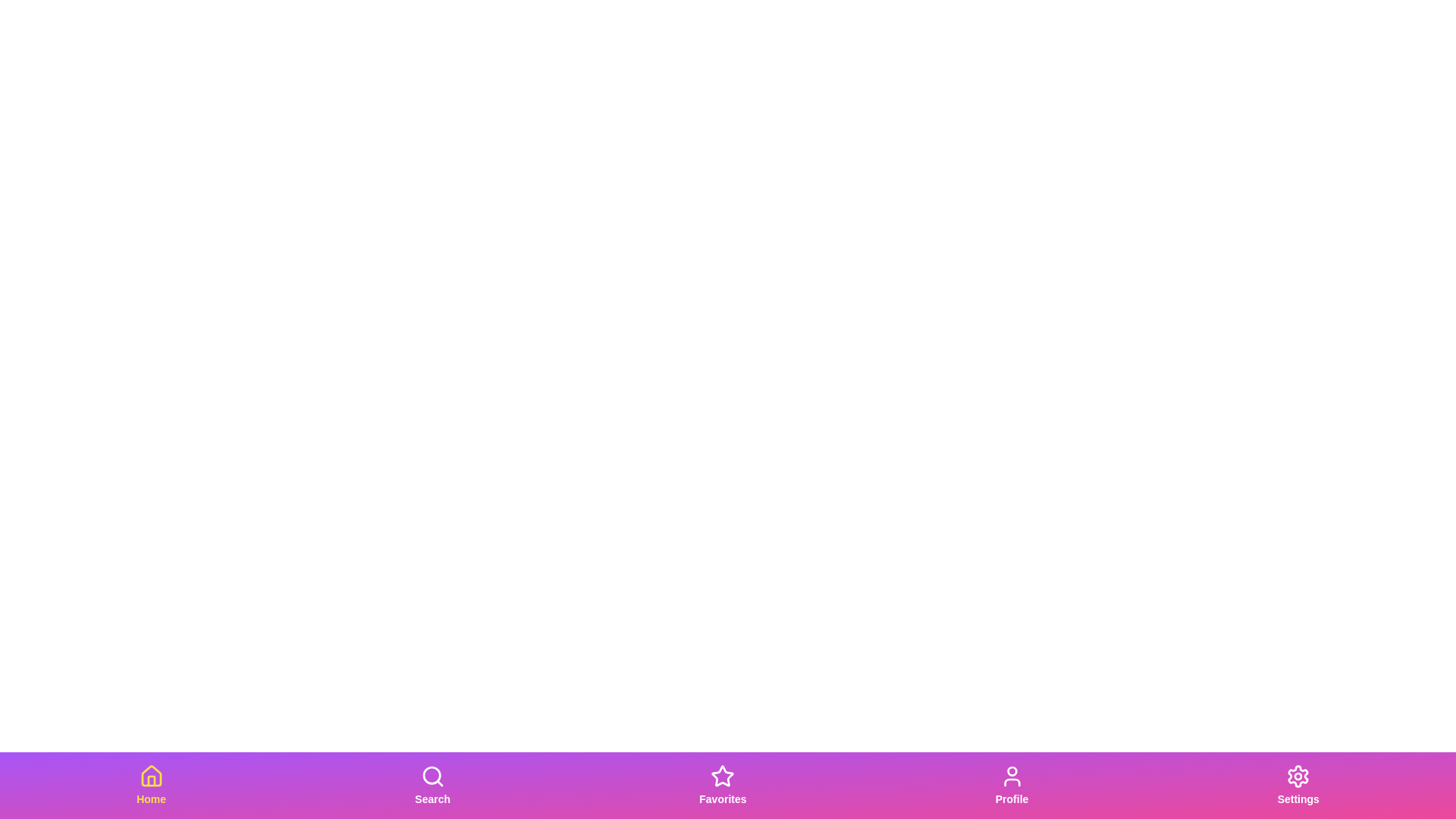  Describe the element at coordinates (722, 785) in the screenshot. I see `the Favorites tab to observe the visual feedback` at that location.